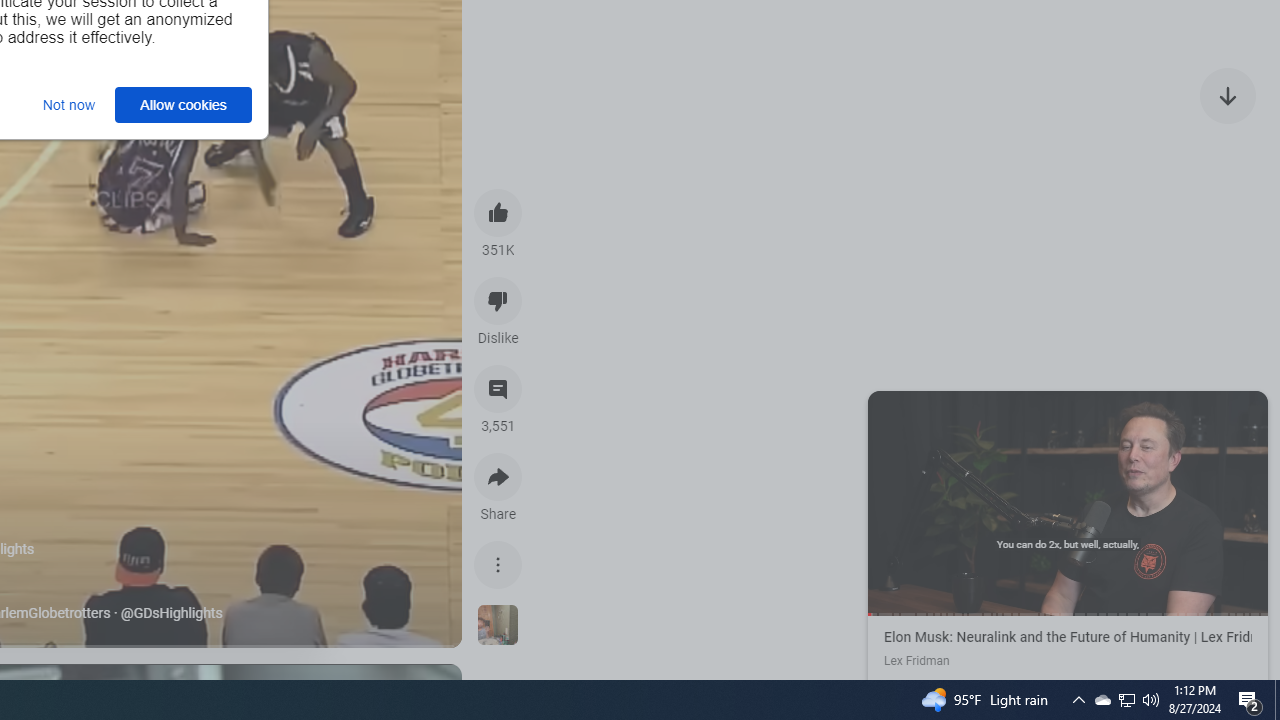 The image size is (1280, 720). What do you see at coordinates (69, 104) in the screenshot?
I see `'Not now'` at bounding box center [69, 104].